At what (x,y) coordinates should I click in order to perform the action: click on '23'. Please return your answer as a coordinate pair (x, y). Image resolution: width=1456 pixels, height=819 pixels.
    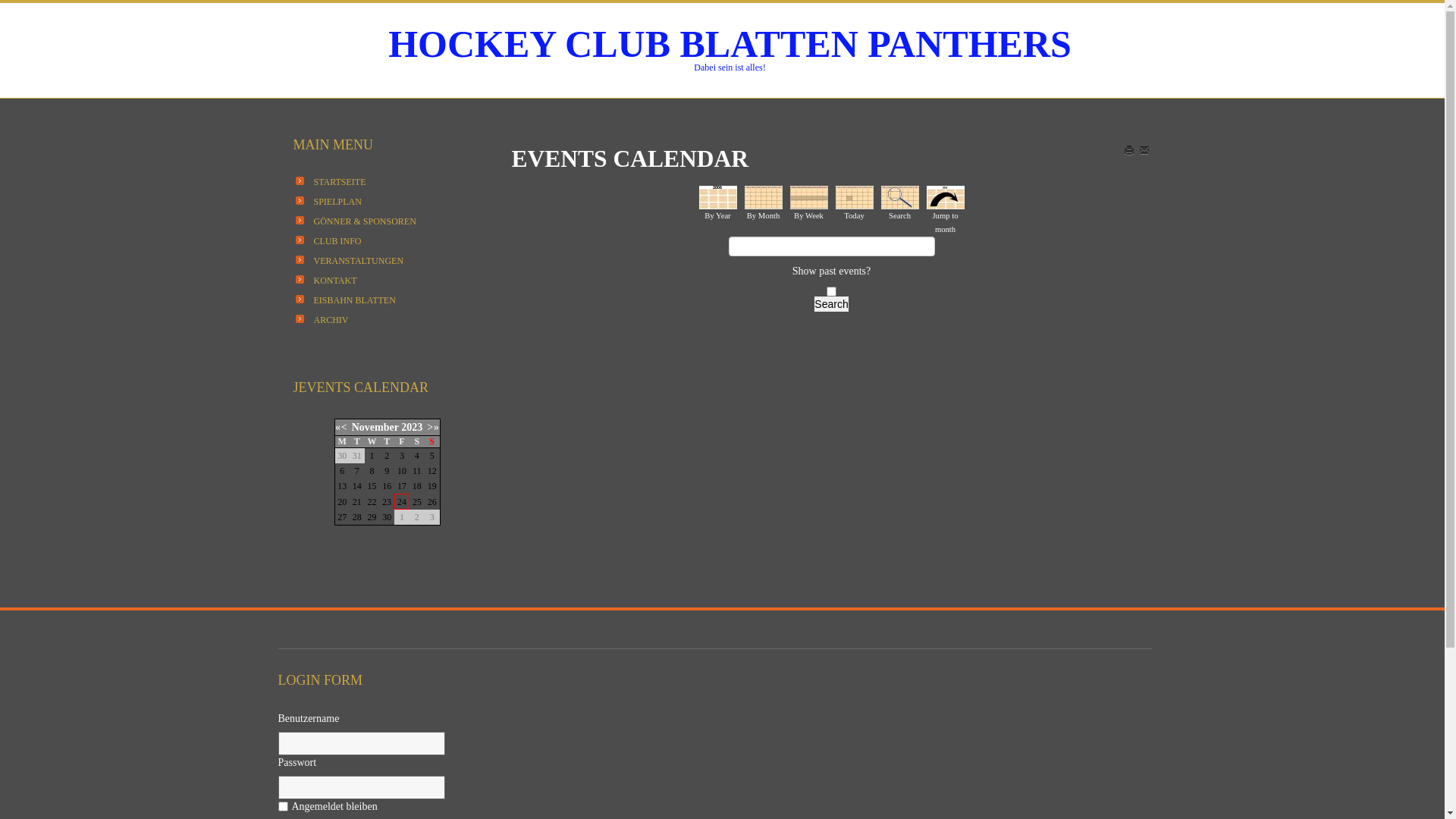
    Looking at the image, I should click on (382, 500).